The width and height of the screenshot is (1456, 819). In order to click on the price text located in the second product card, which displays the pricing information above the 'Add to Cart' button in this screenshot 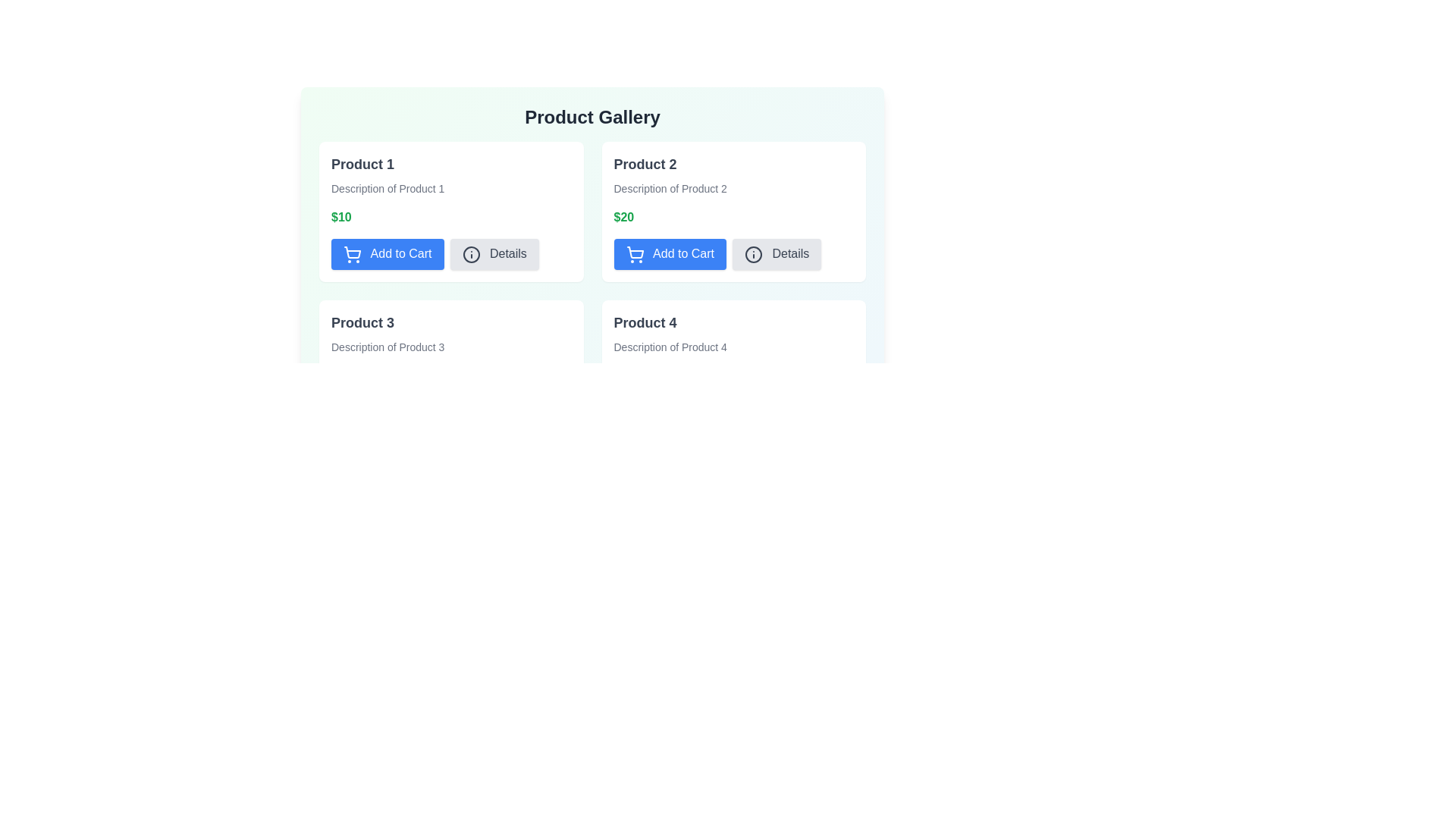, I will do `click(623, 217)`.